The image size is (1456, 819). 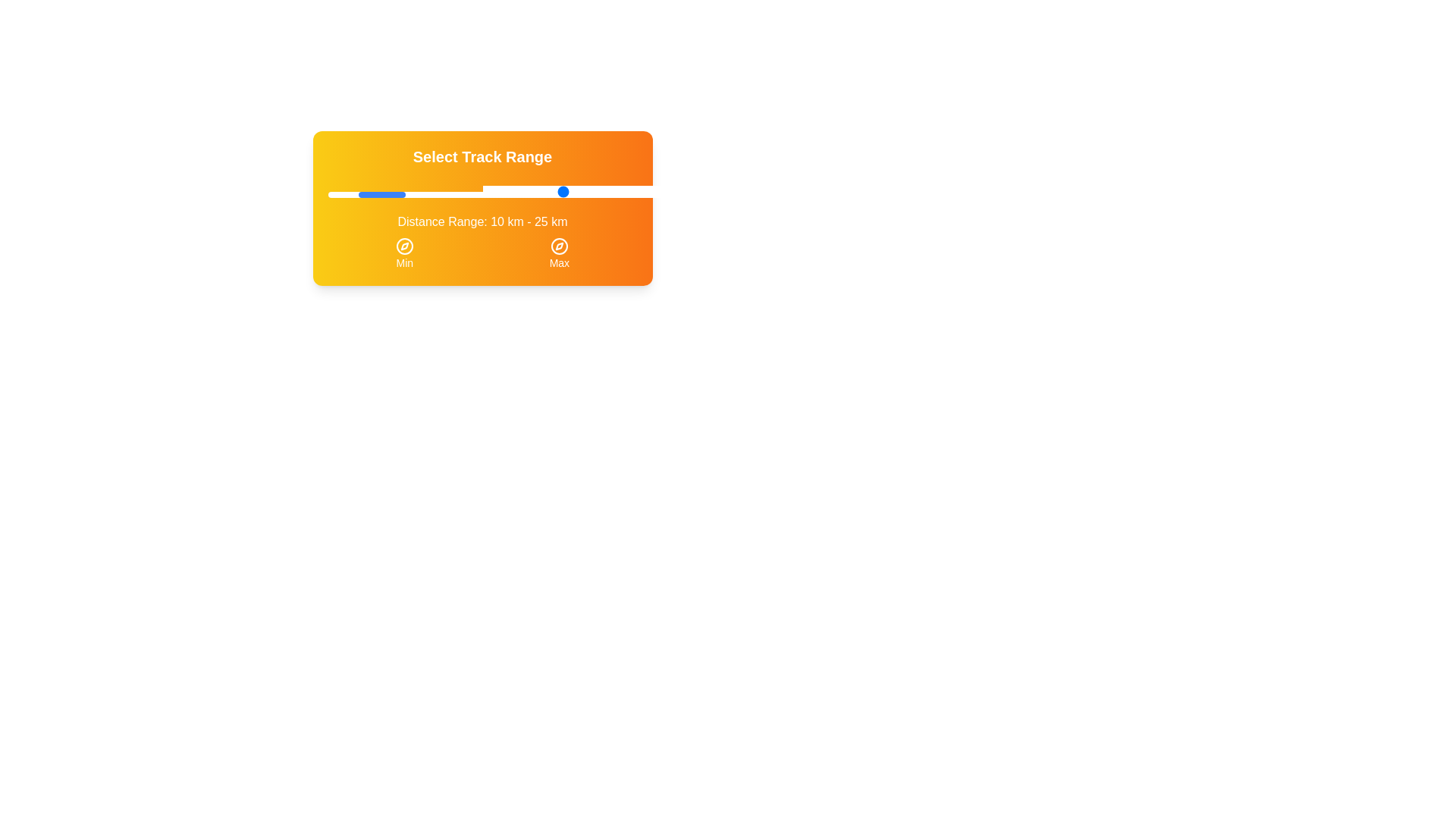 I want to click on the range slider's value, so click(x=336, y=194).